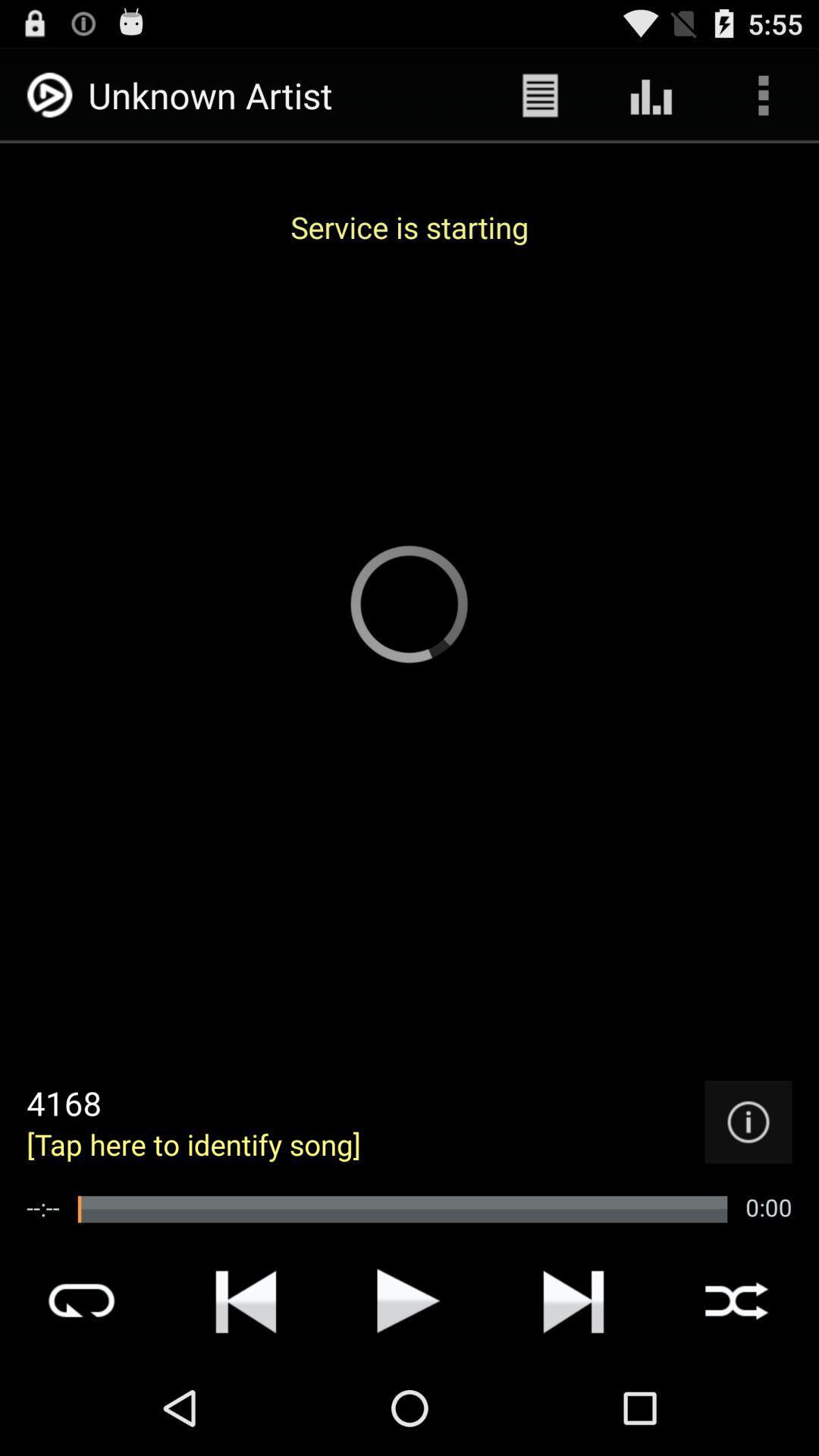 The image size is (819, 1456). What do you see at coordinates (408, 1300) in the screenshot?
I see `option` at bounding box center [408, 1300].